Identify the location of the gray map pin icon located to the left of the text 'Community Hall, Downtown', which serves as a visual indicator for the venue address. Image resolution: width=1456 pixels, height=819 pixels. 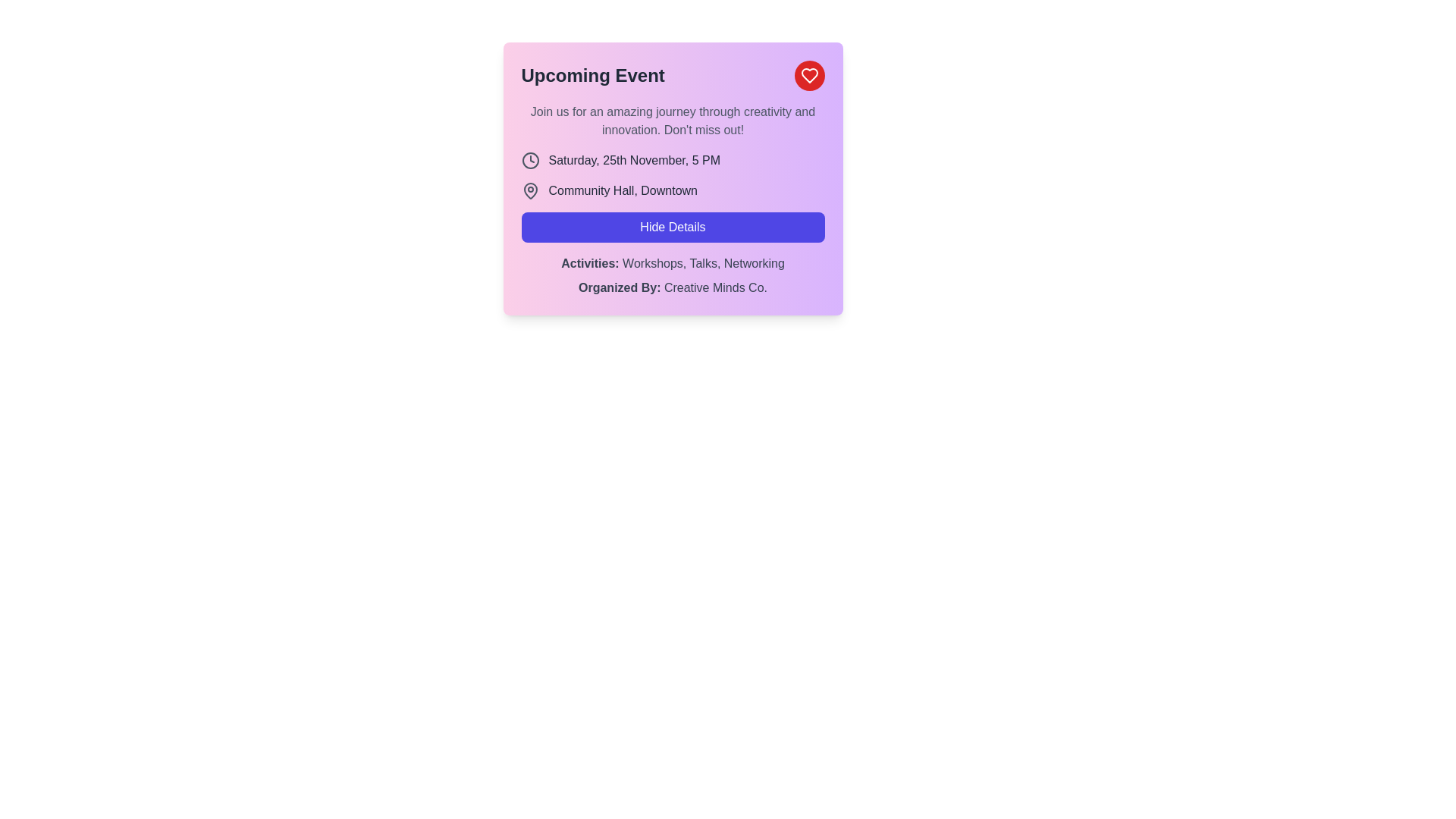
(530, 190).